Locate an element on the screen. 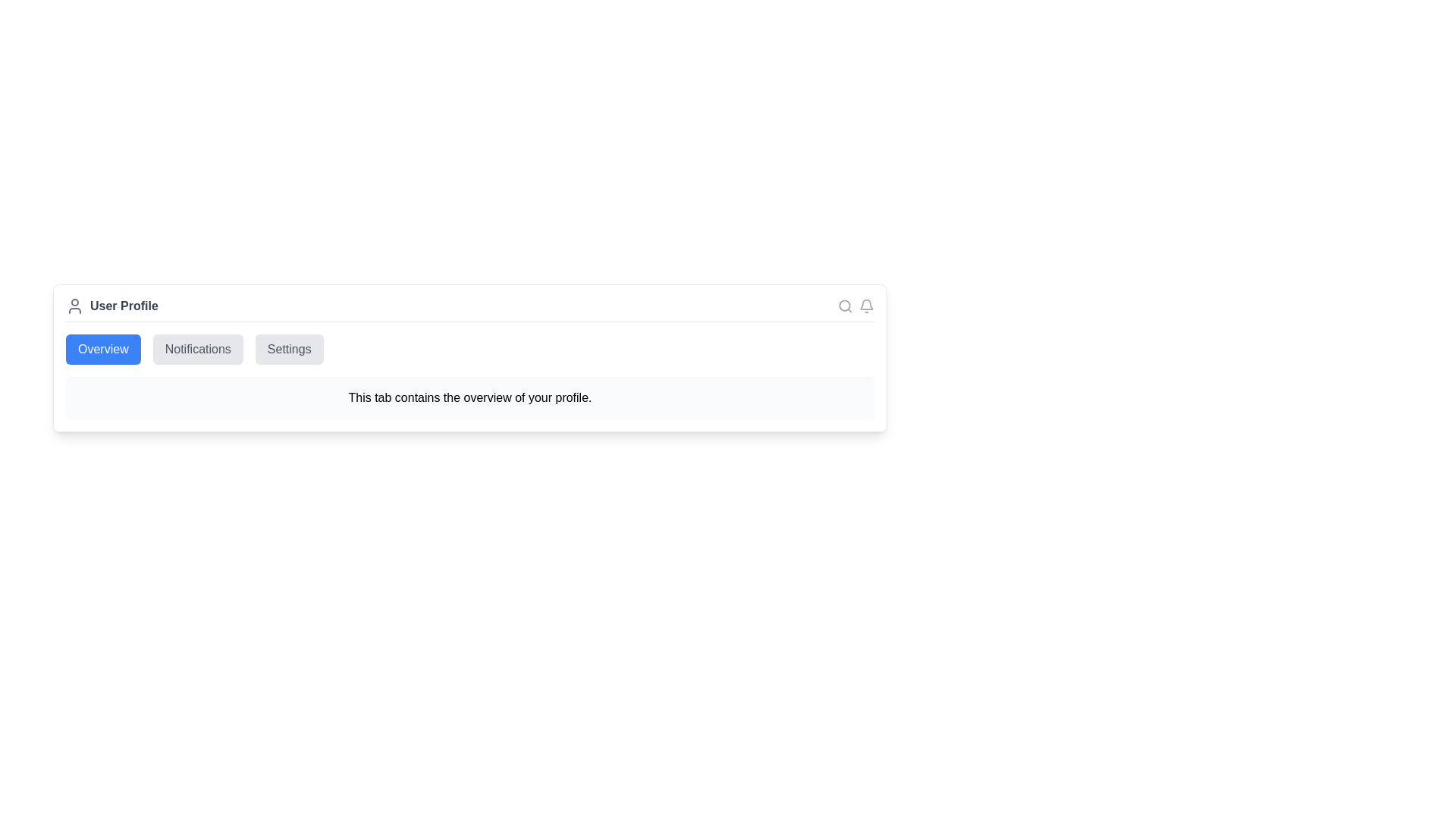  the 'User Profile' icon is located at coordinates (74, 306).